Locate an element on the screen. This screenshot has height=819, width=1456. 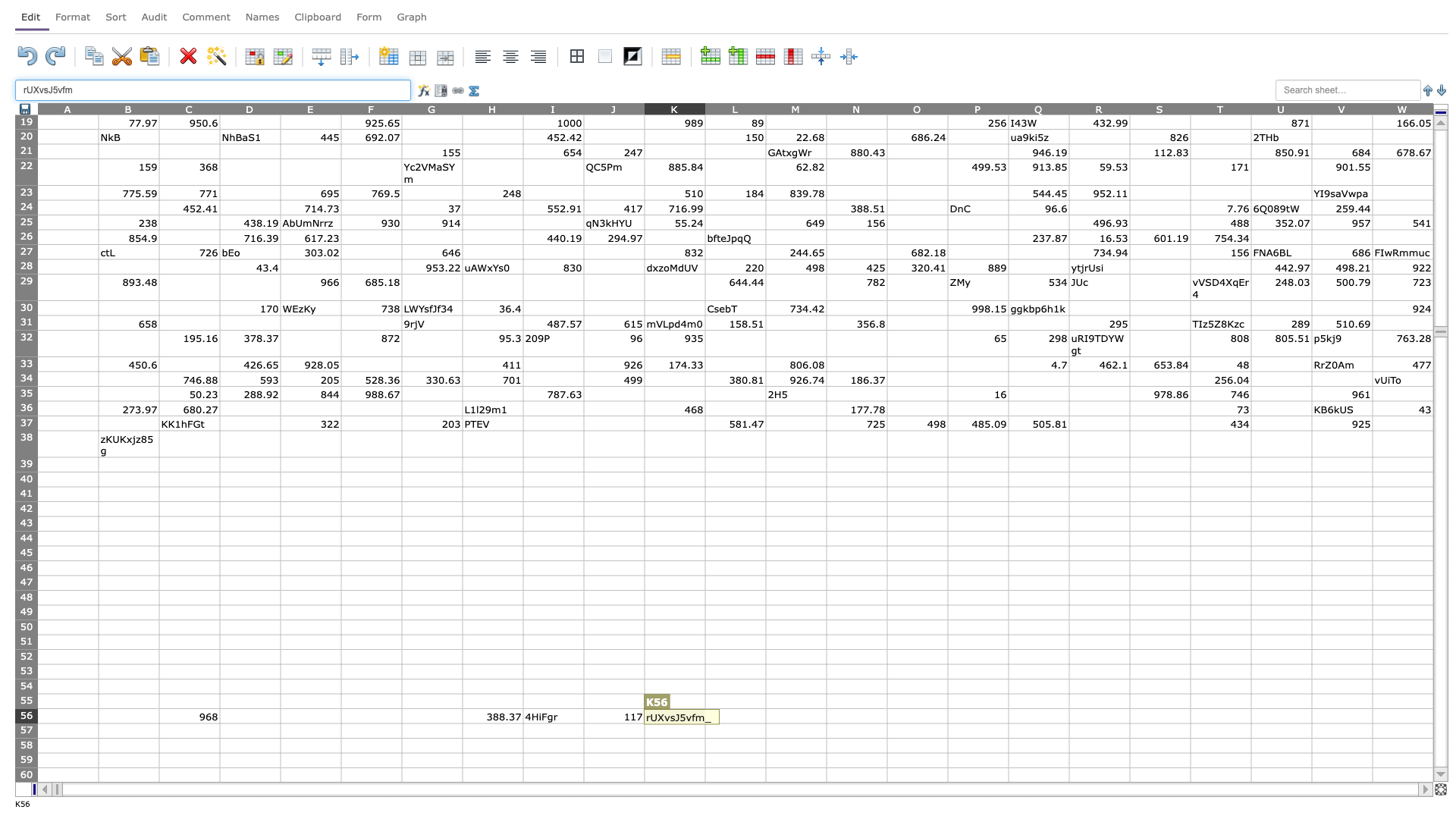
N-56 is located at coordinates (856, 716).